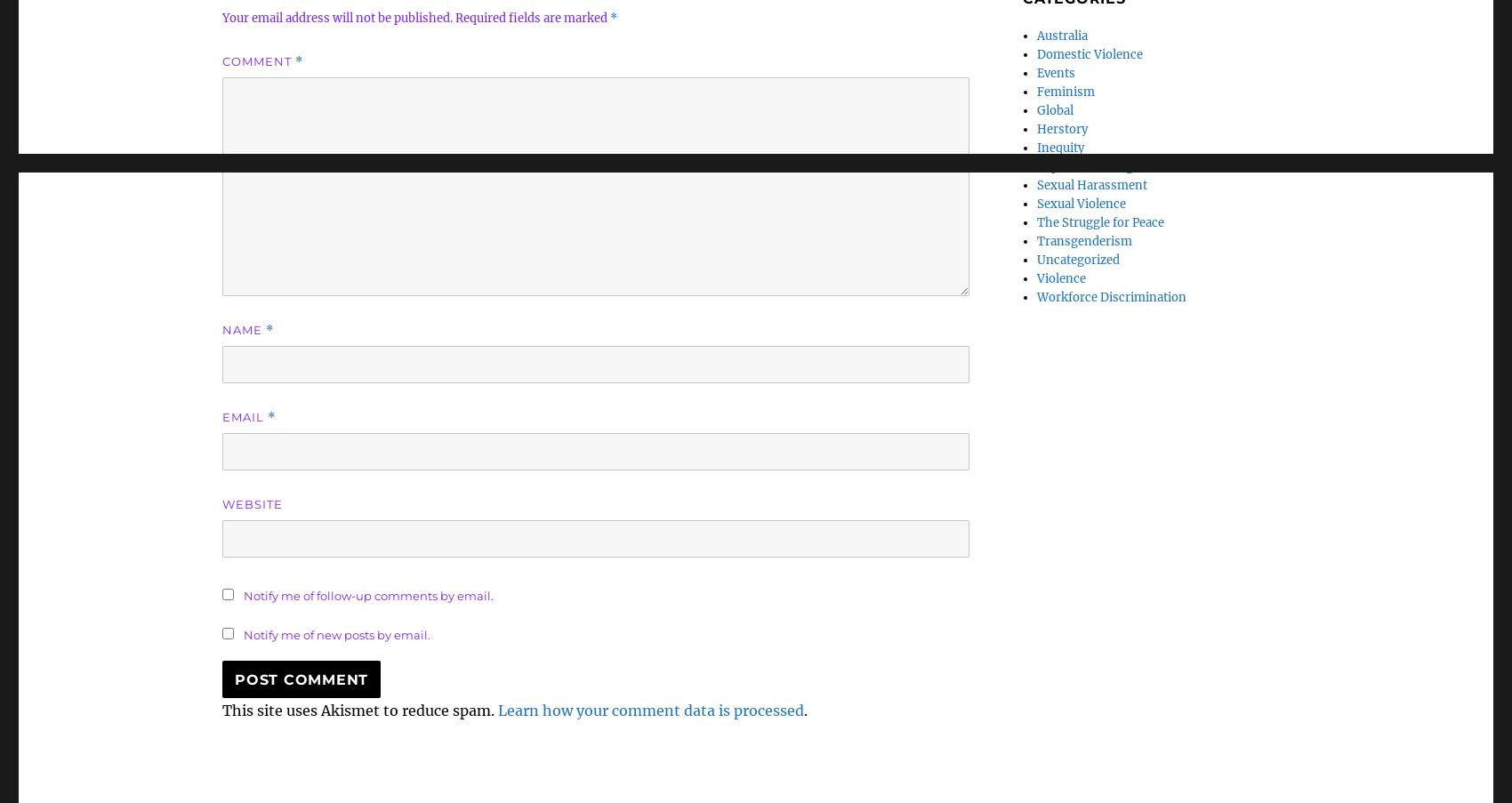 Image resolution: width=1512 pixels, height=803 pixels. I want to click on 'Workforce Discrimination', so click(1111, 297).